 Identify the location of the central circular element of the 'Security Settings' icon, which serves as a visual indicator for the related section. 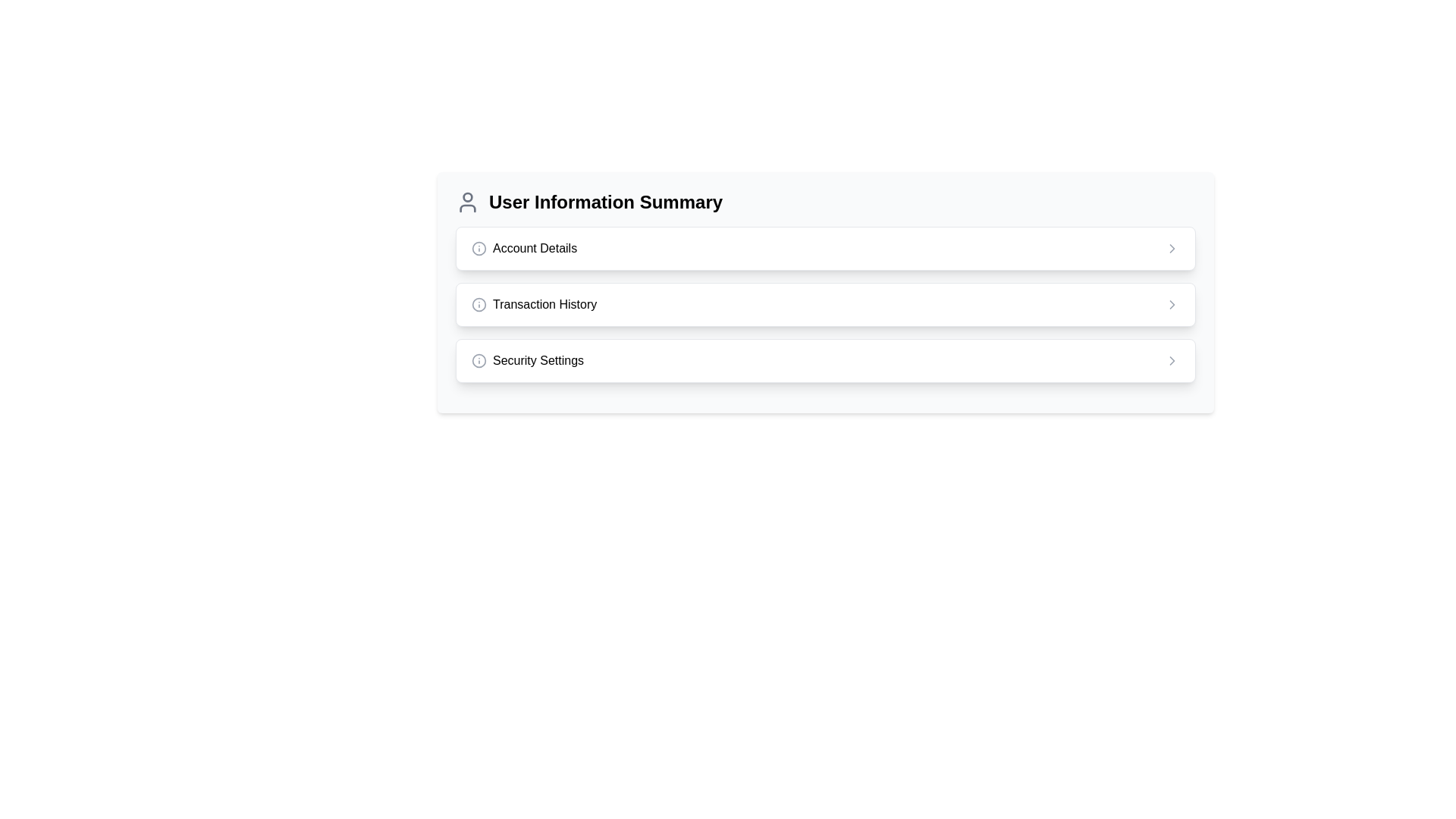
(479, 360).